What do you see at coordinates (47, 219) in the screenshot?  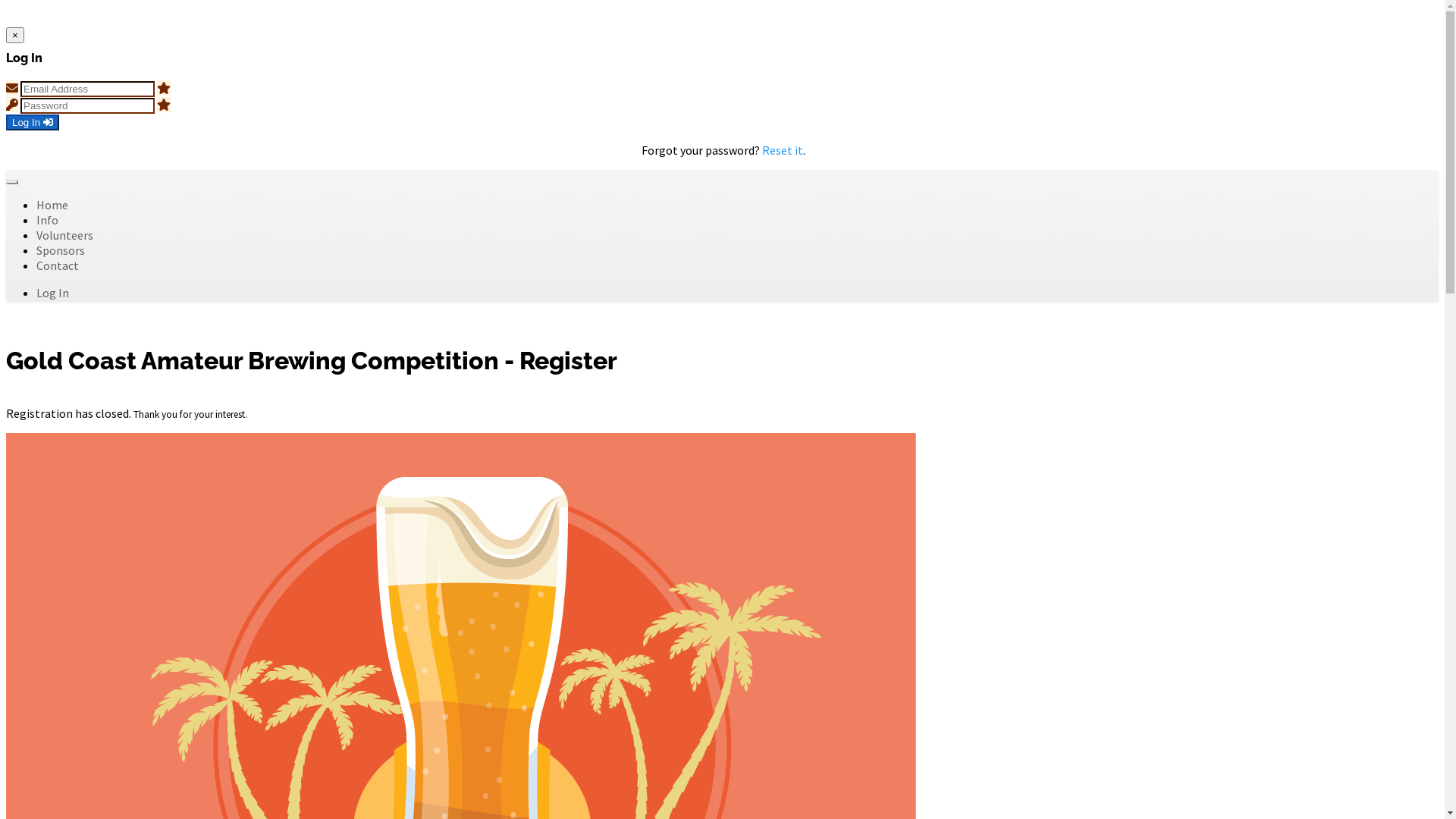 I see `'Info'` at bounding box center [47, 219].